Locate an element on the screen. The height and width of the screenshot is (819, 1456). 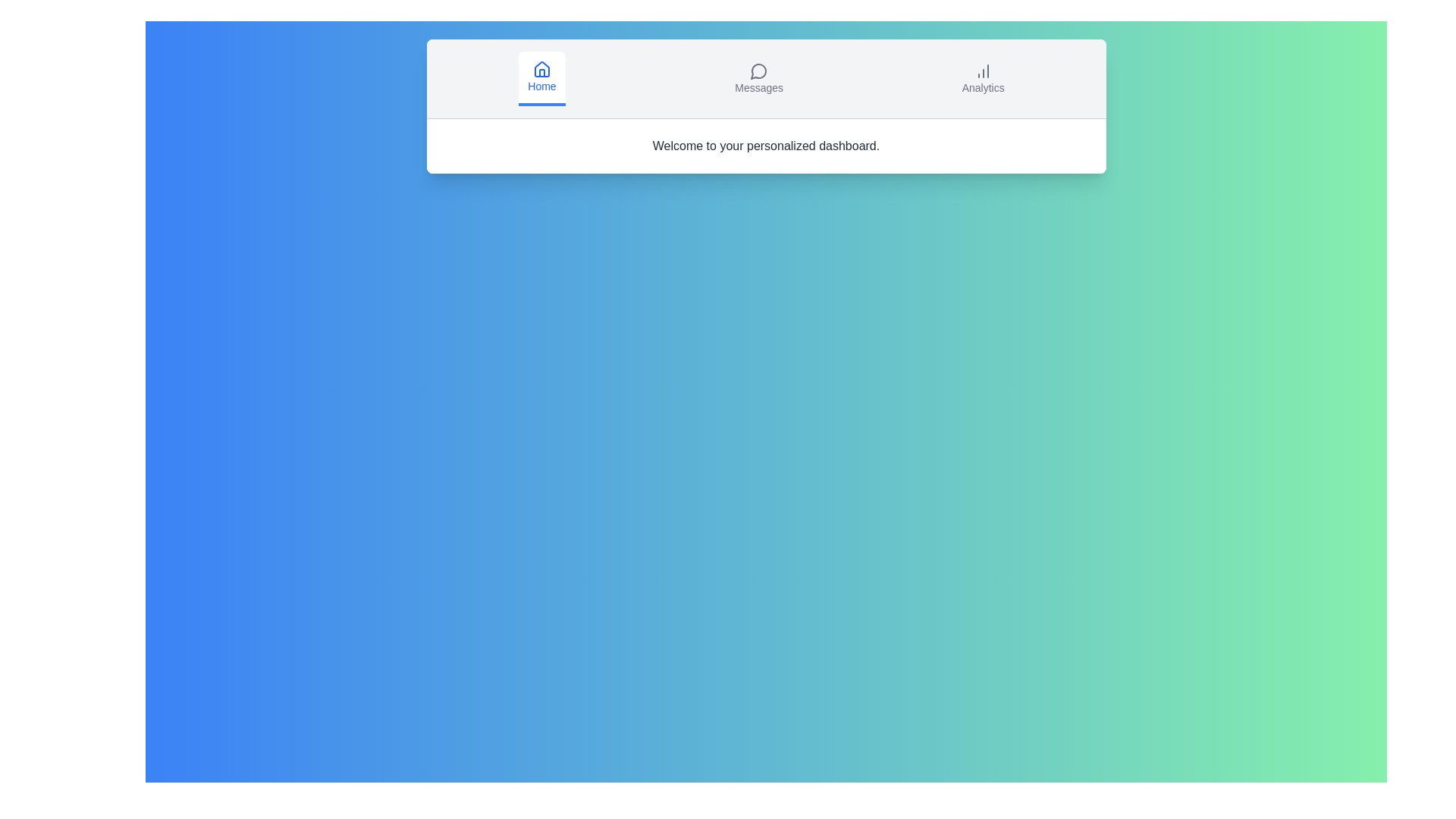
the Analytics tab to switch to it is located at coordinates (983, 79).